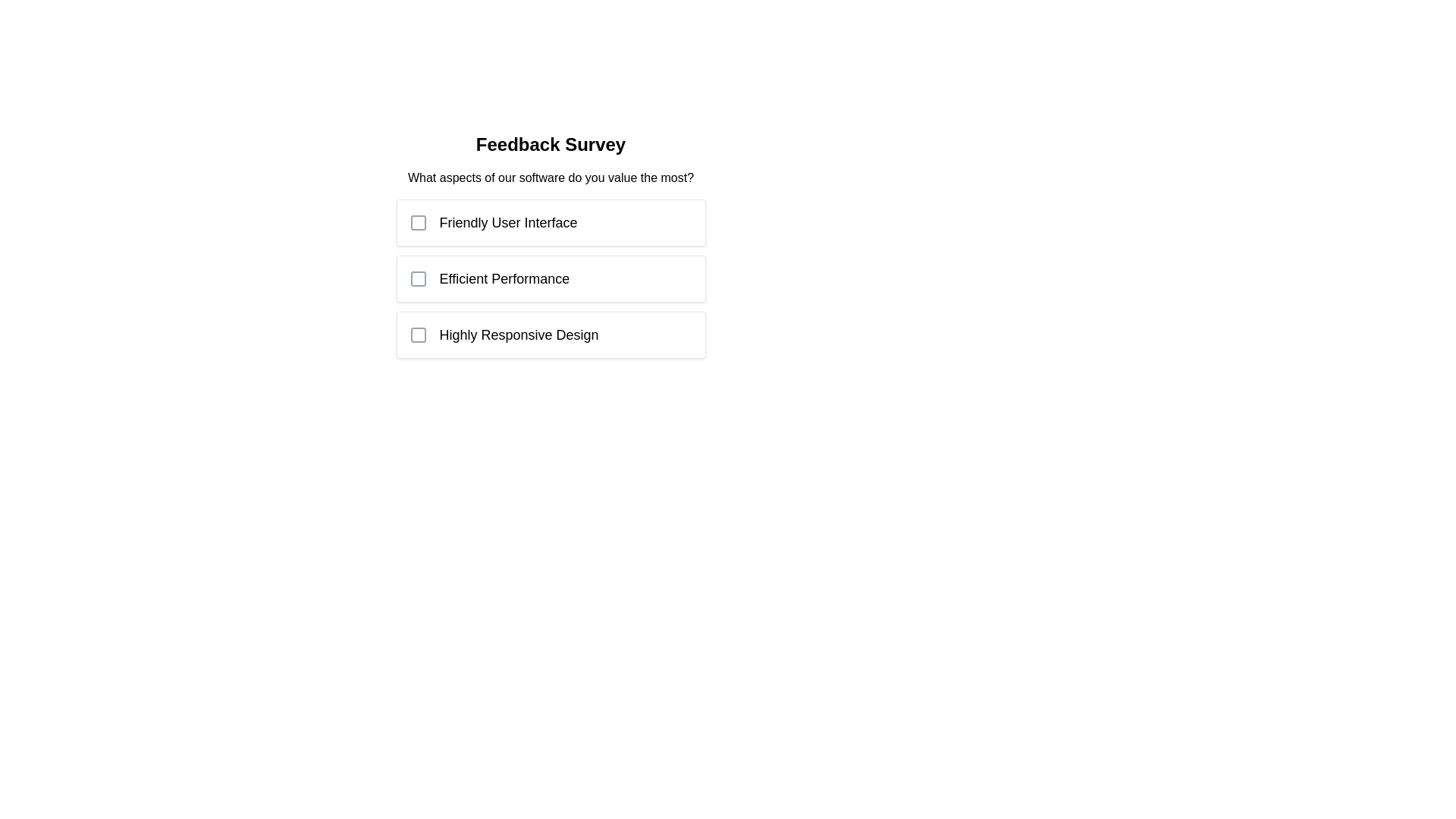 This screenshot has width=1456, height=819. Describe the element at coordinates (418, 334) in the screenshot. I see `the inner square subcomponent of the checkbox representing the 'Highly Responsive Design' option, which is the third option in the list` at that location.